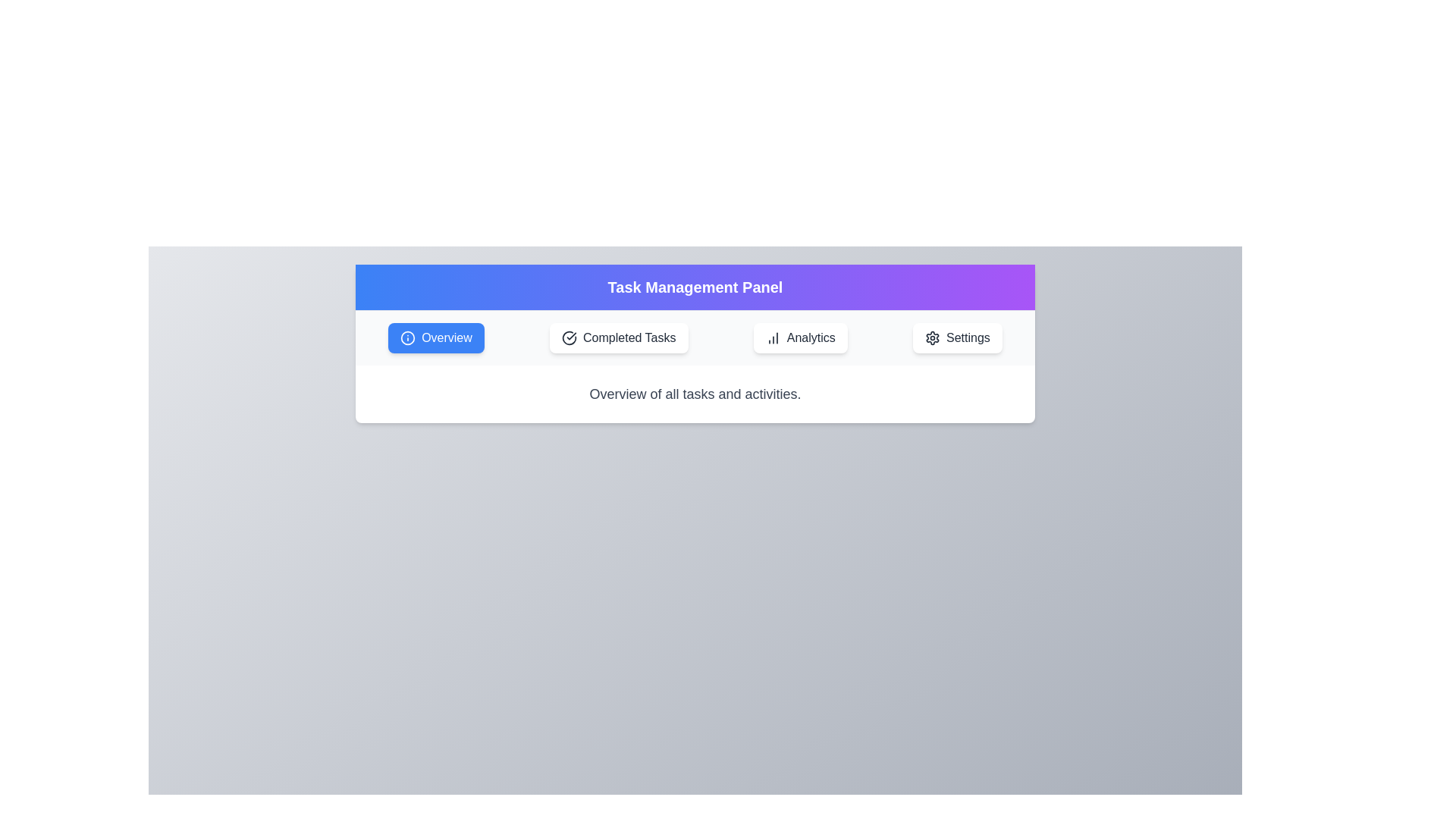 Image resolution: width=1456 pixels, height=819 pixels. I want to click on the navigation button located in the horizontal menu bar at the far right, so click(956, 337).